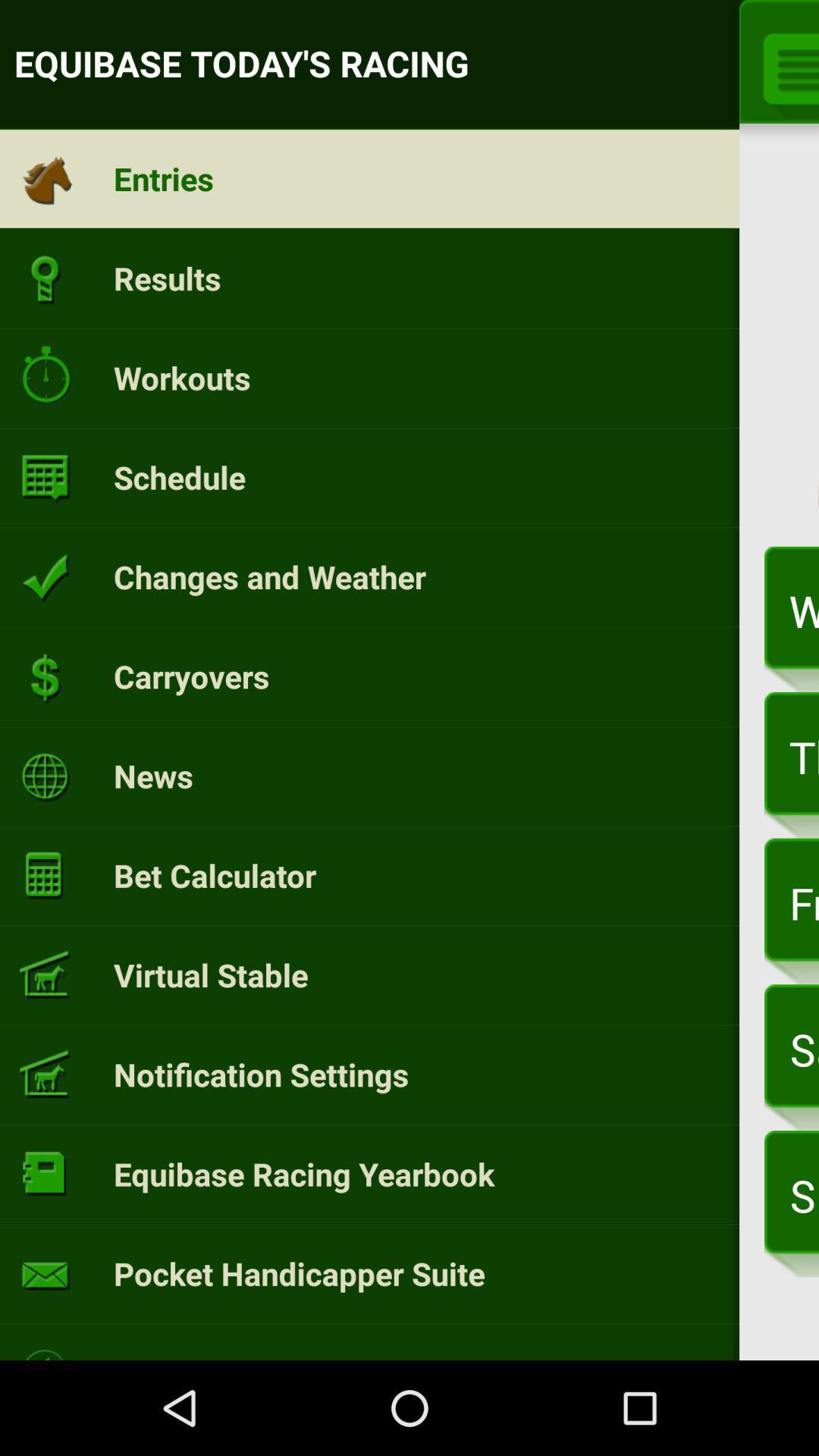  What do you see at coordinates (153, 775) in the screenshot?
I see `item next to the thursday, mar 30 item` at bounding box center [153, 775].